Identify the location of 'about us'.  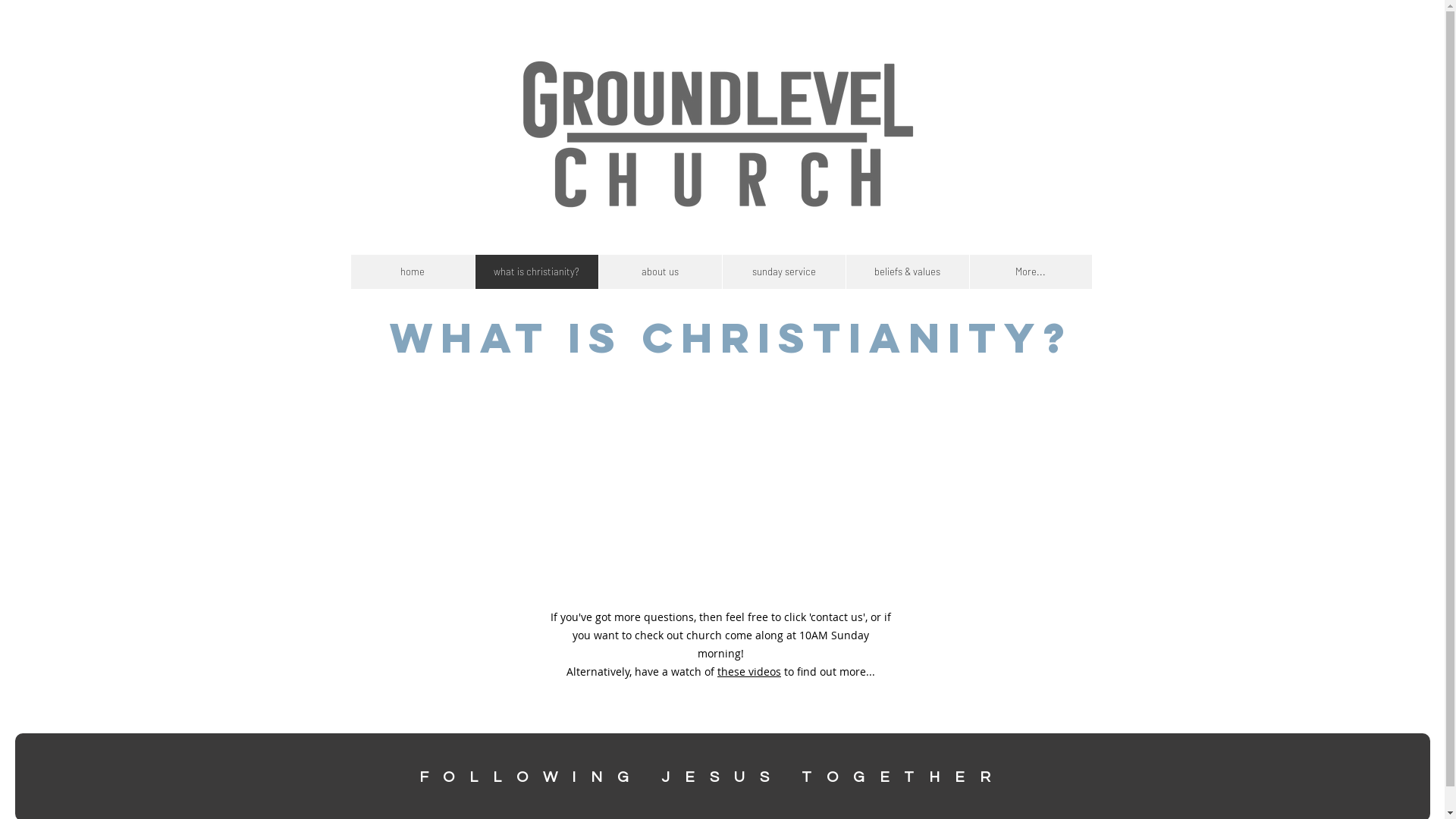
(596, 271).